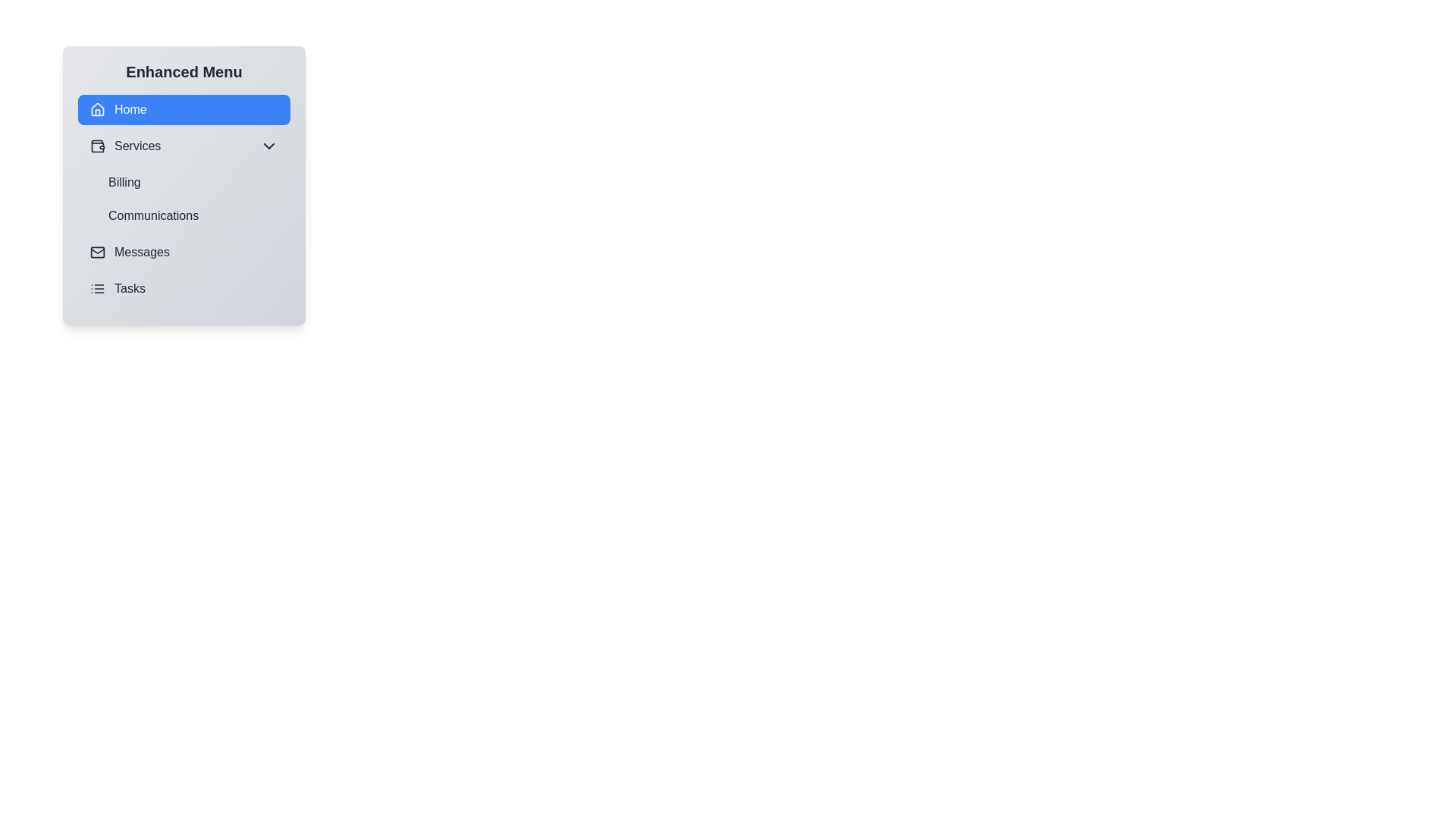 This screenshot has width=1456, height=819. What do you see at coordinates (142, 251) in the screenshot?
I see `'Messages' navigational label located in the left-hand vertical navigation menu, situated to the right of the envelope-shaped icon` at bounding box center [142, 251].